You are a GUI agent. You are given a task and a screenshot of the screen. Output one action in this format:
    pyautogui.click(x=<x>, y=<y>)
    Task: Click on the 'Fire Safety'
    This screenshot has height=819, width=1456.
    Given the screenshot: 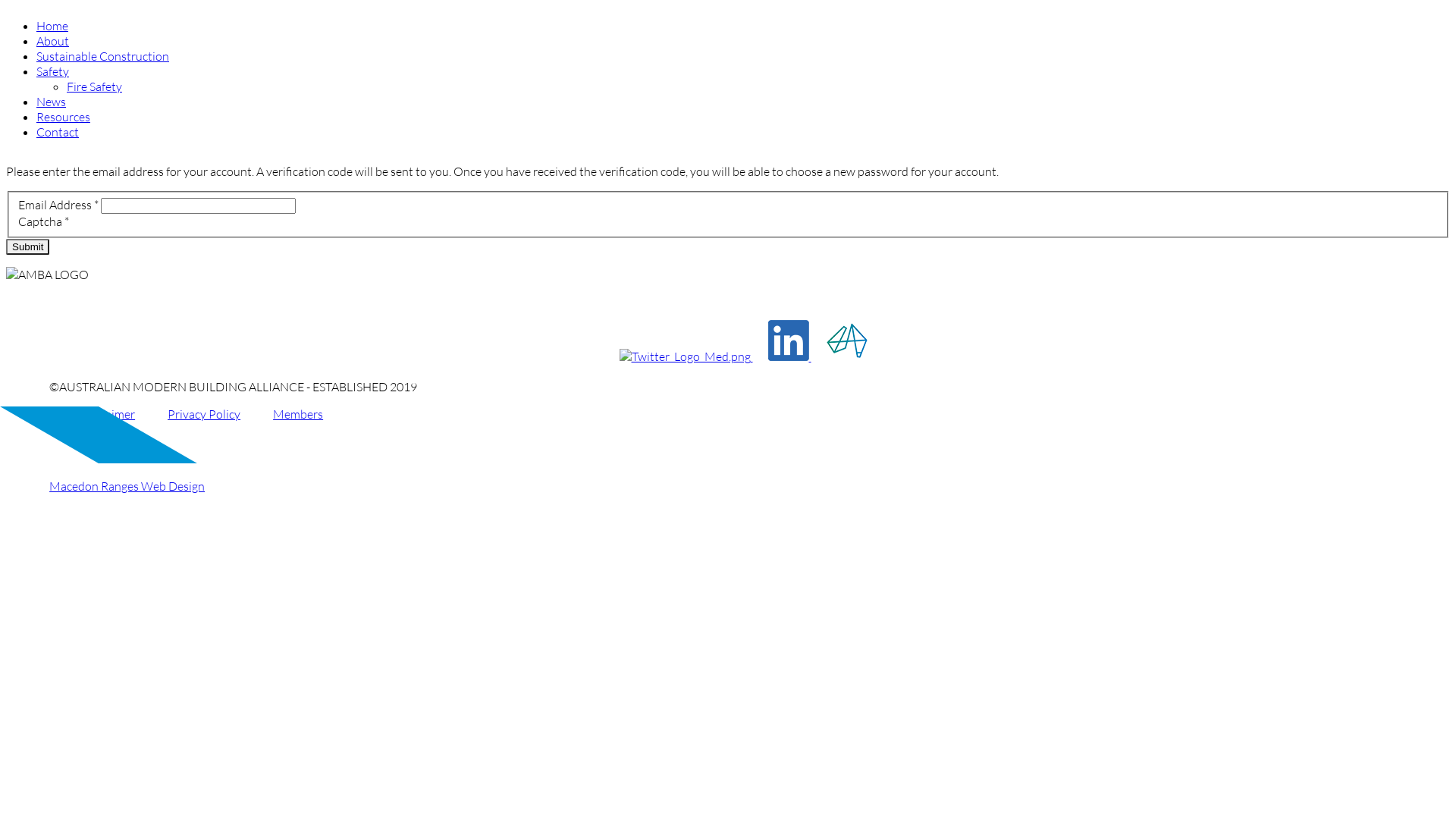 What is the action you would take?
    pyautogui.click(x=93, y=86)
    